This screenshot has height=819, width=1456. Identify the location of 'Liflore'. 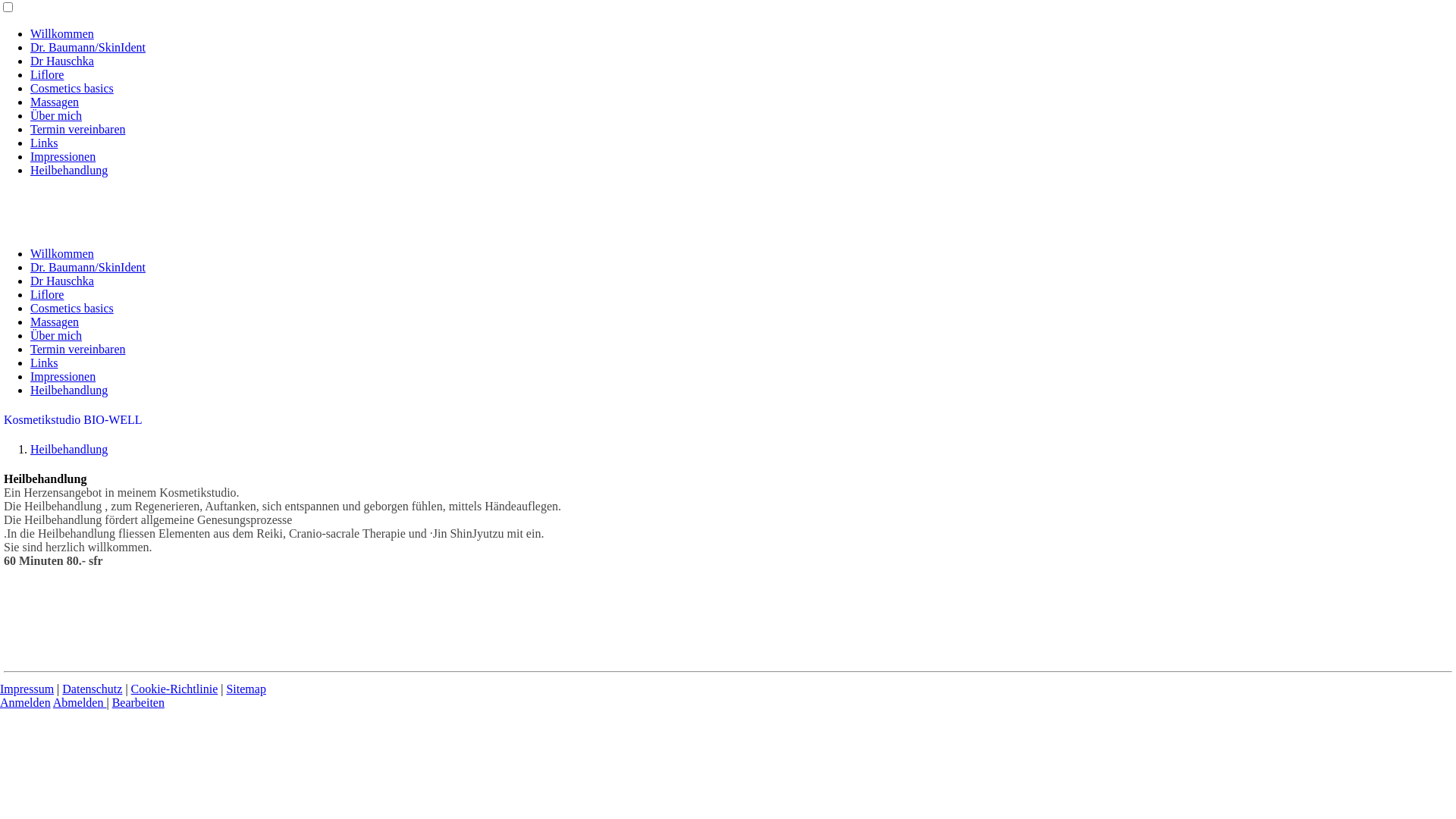
(47, 294).